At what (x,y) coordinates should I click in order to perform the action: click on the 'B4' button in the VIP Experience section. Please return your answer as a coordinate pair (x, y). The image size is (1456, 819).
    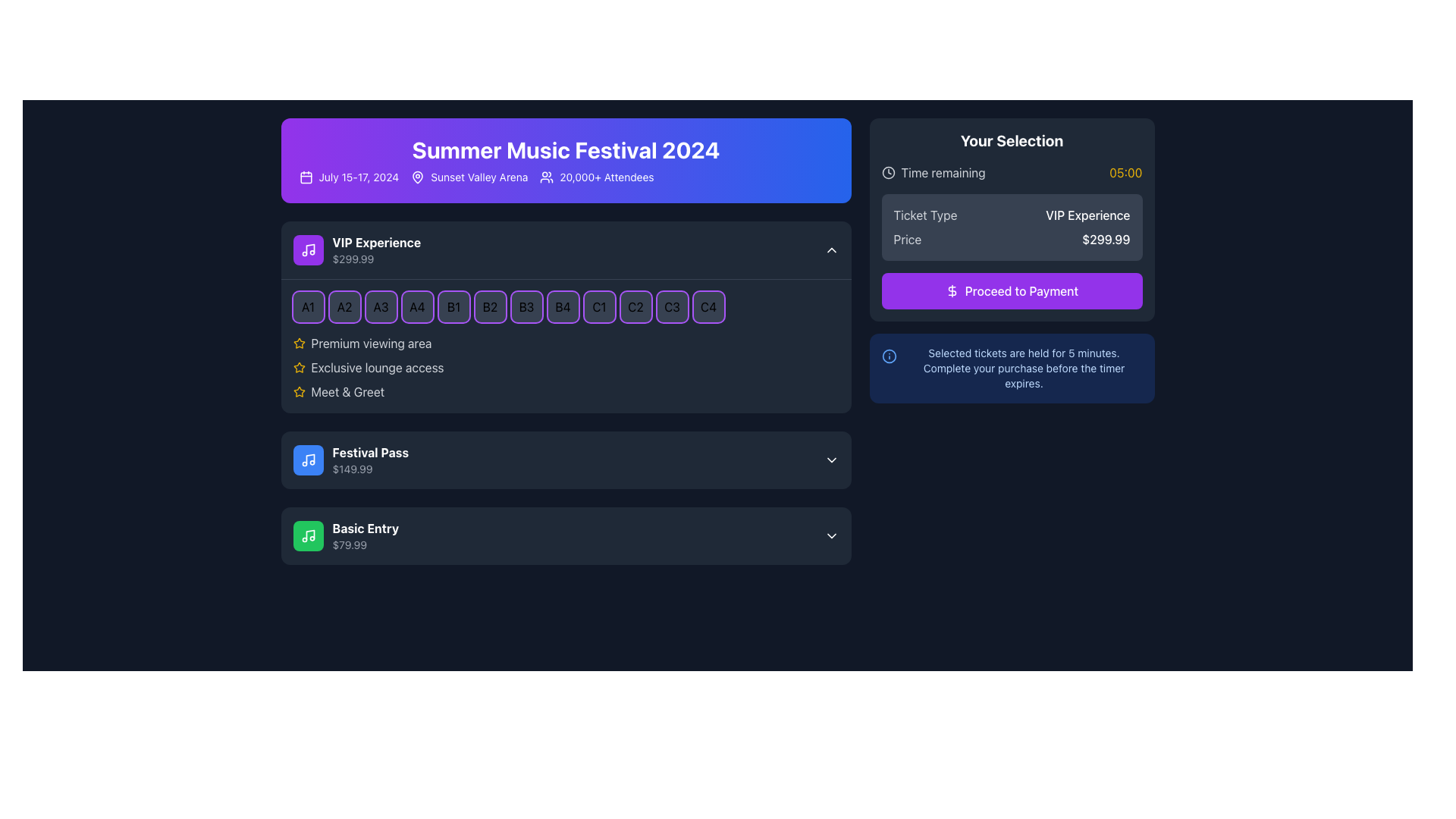
    Looking at the image, I should click on (562, 307).